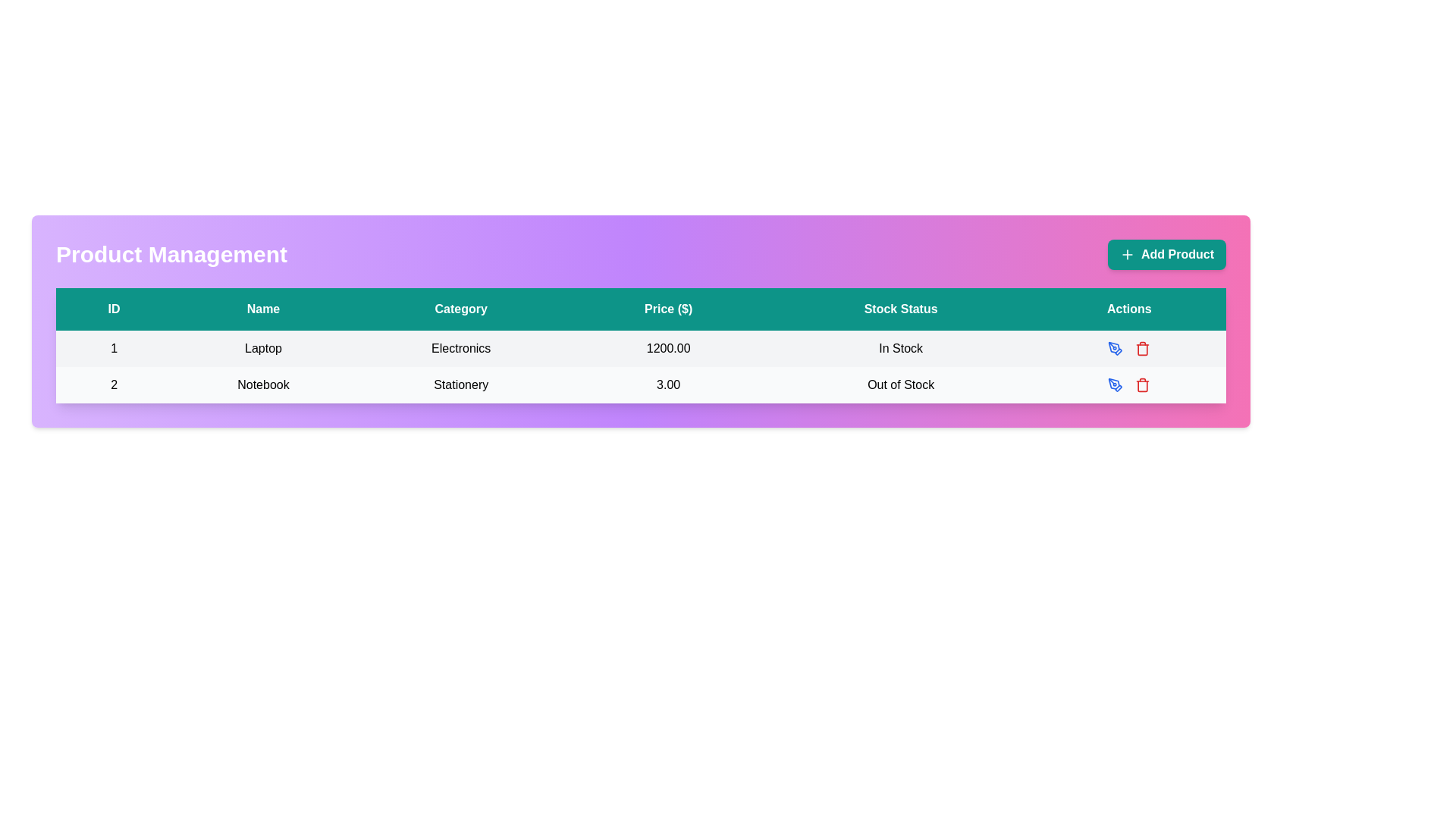 This screenshot has height=819, width=1456. Describe the element at coordinates (171, 253) in the screenshot. I see `the large, bold, white text label reading 'Product Management' which is positioned in the top-left section of the interface against a gradient background` at that location.